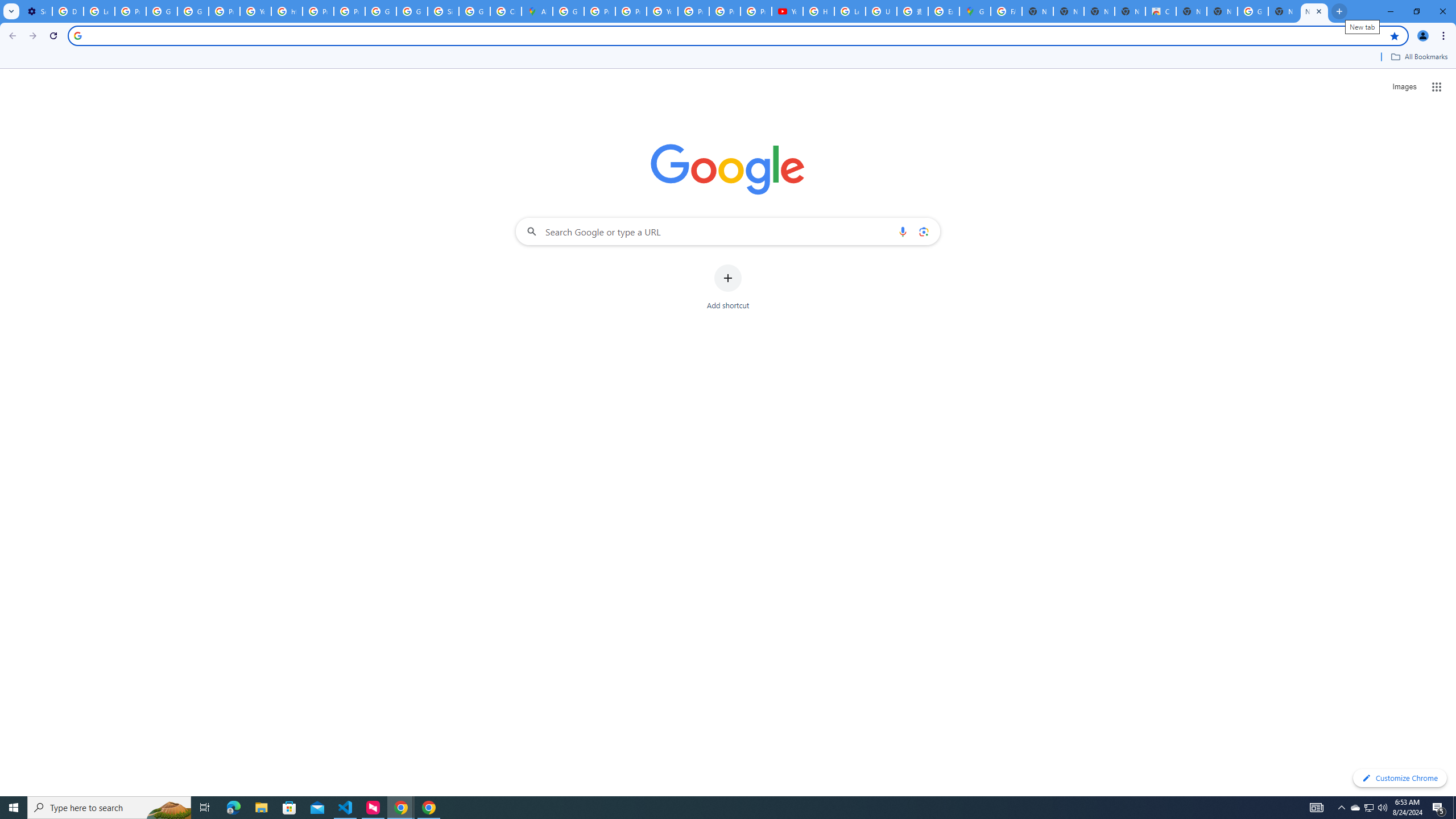 Image resolution: width=1456 pixels, height=819 pixels. Describe the element at coordinates (728, 230) in the screenshot. I see `'Search Google or type a URL'` at that location.